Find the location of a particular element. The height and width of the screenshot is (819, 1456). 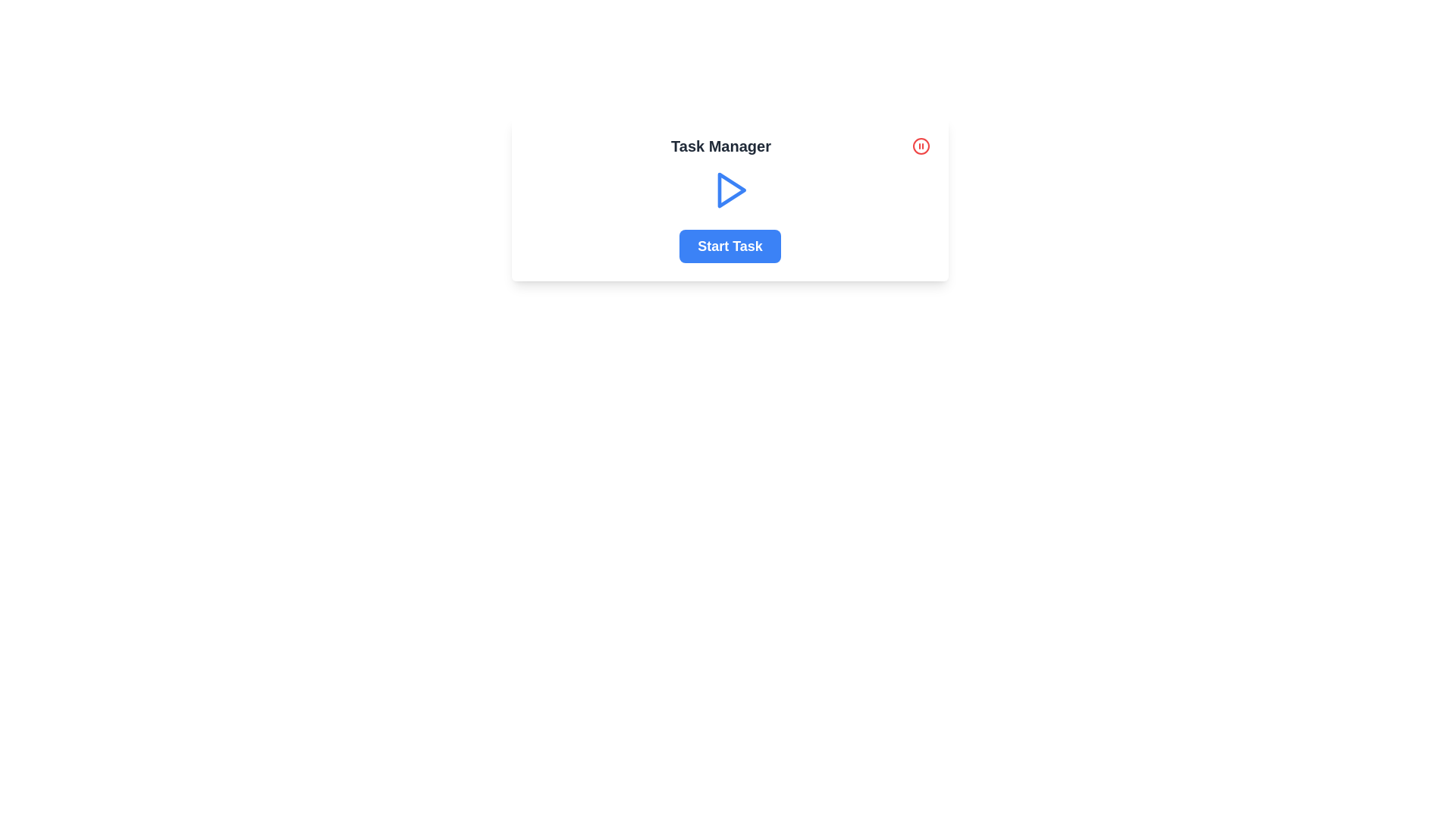

the central button below the play icon is located at coordinates (730, 245).